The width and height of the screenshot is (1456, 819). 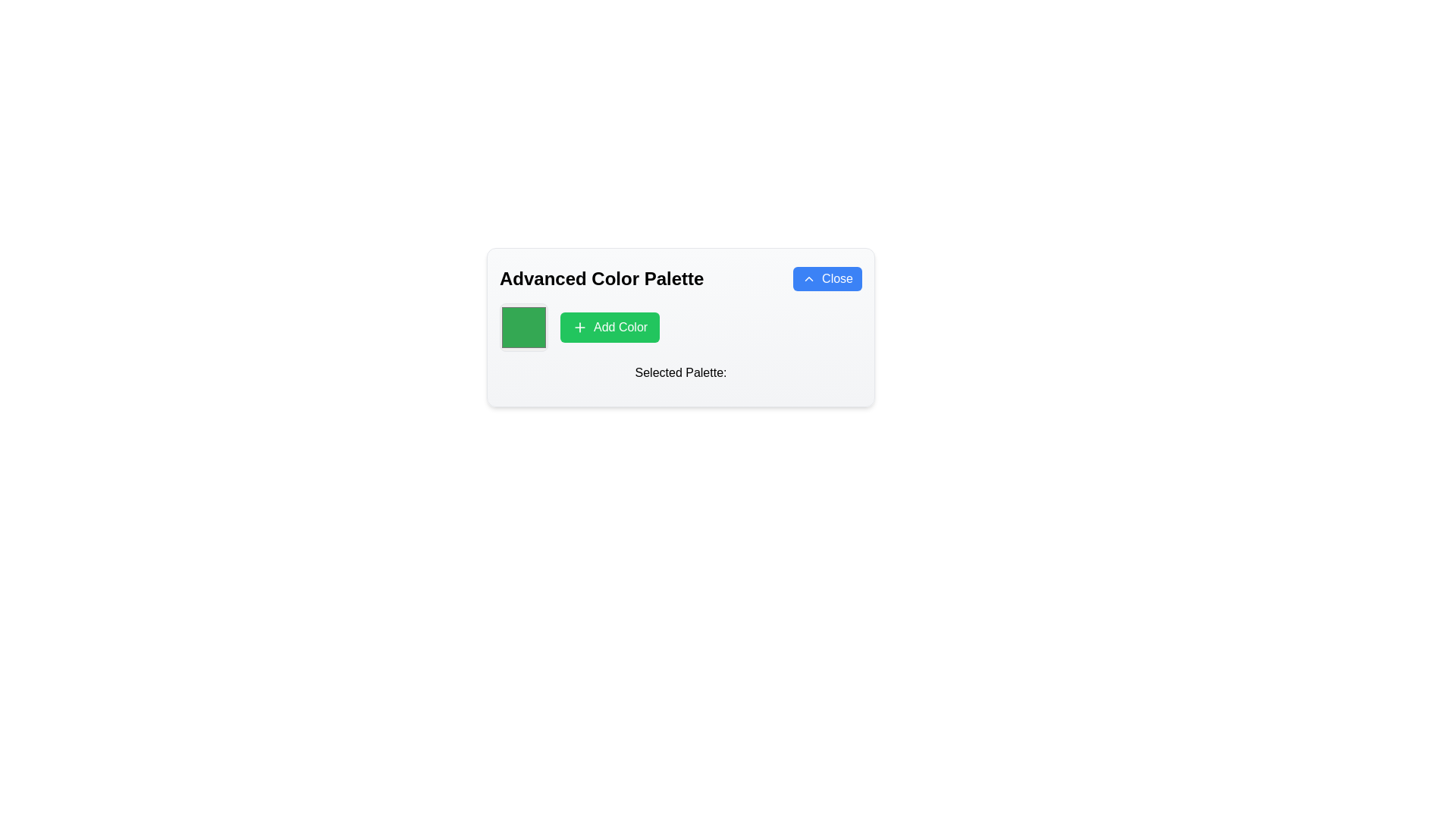 I want to click on the bold and large font text displaying 'Advanced Color Palette' located in the upper-left part of the layout, positioned to the left of the 'Close' button, so click(x=601, y=278).